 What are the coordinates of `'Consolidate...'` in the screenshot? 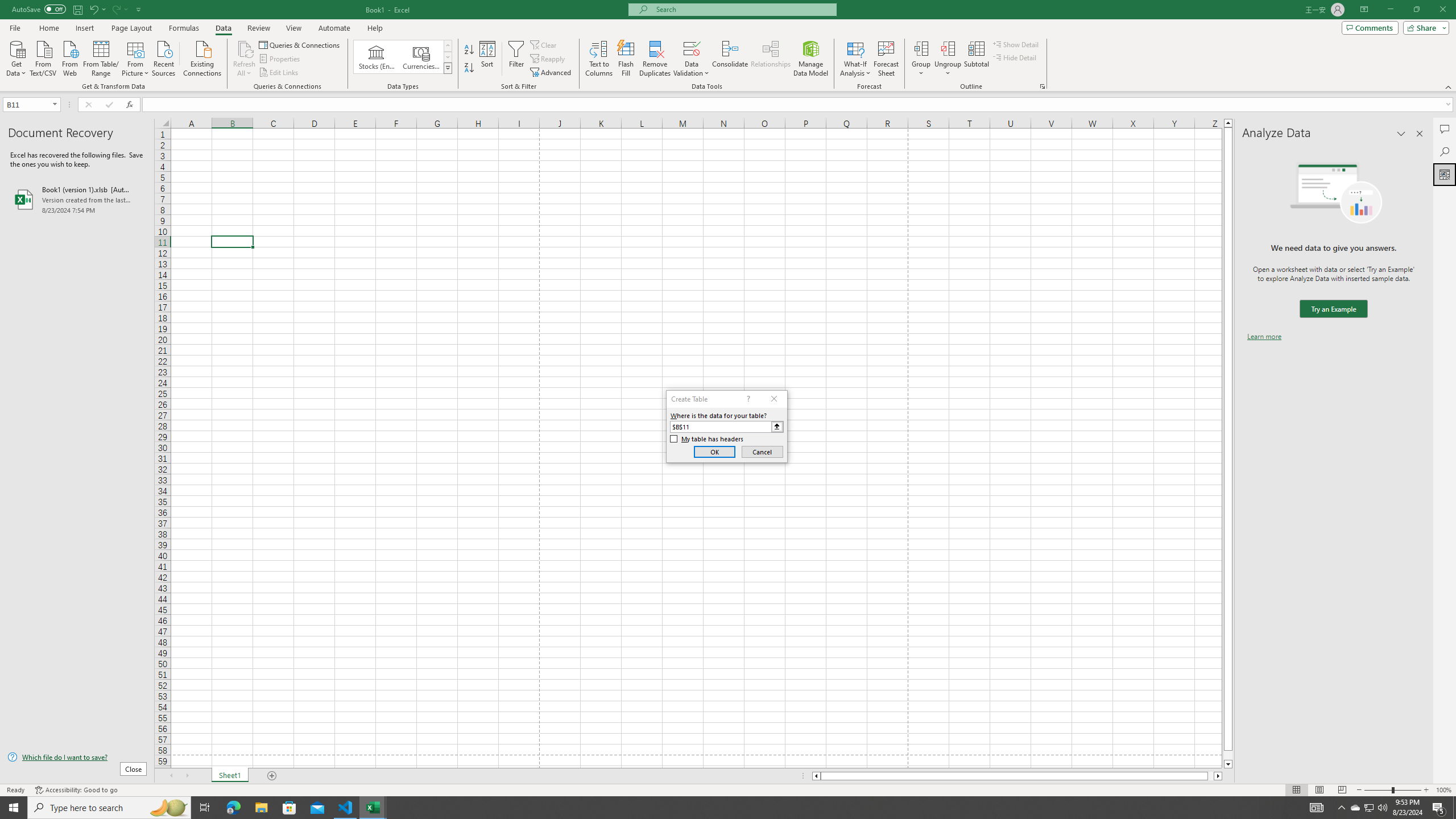 It's located at (730, 59).